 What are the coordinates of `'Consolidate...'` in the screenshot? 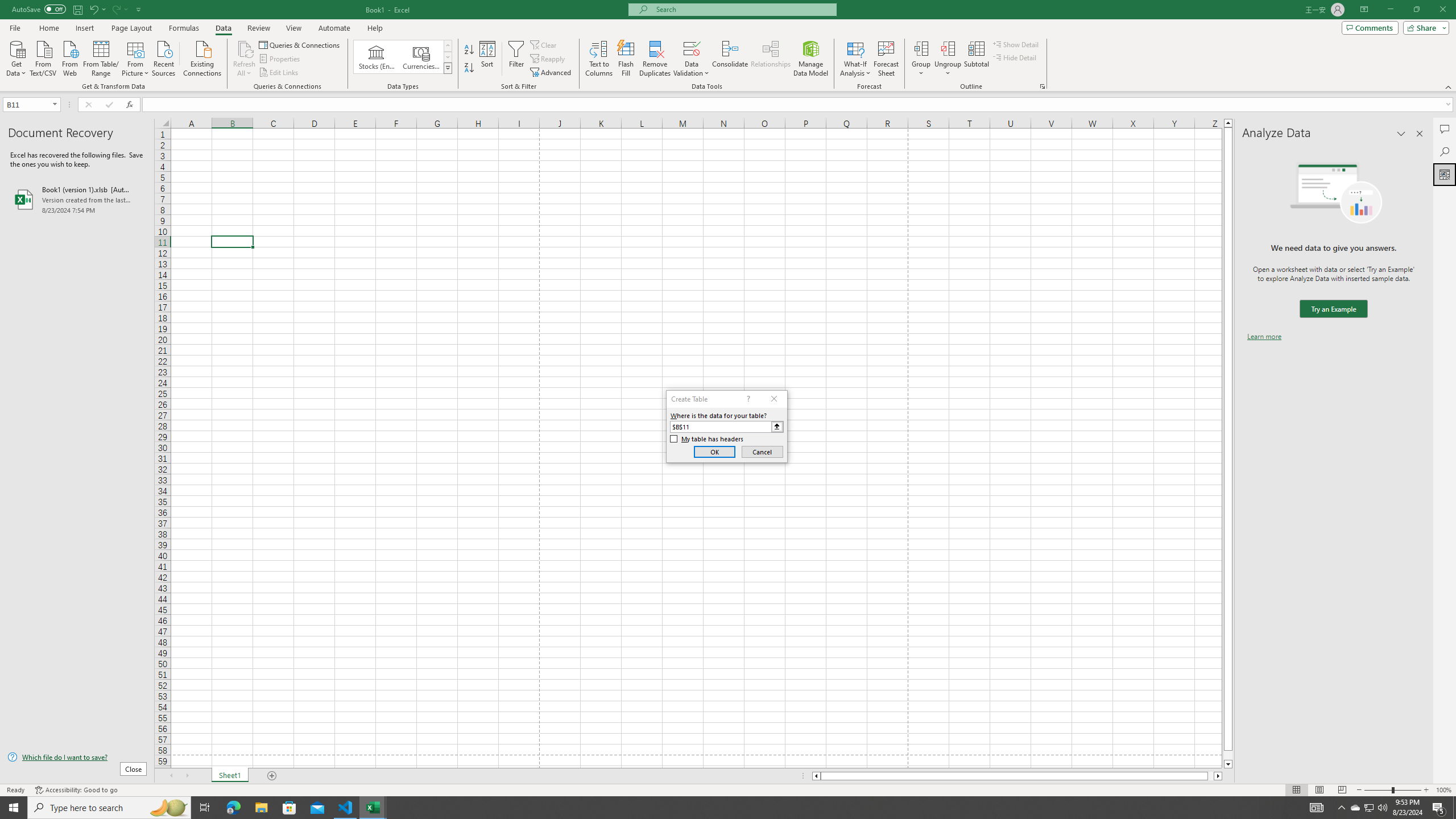 It's located at (730, 59).